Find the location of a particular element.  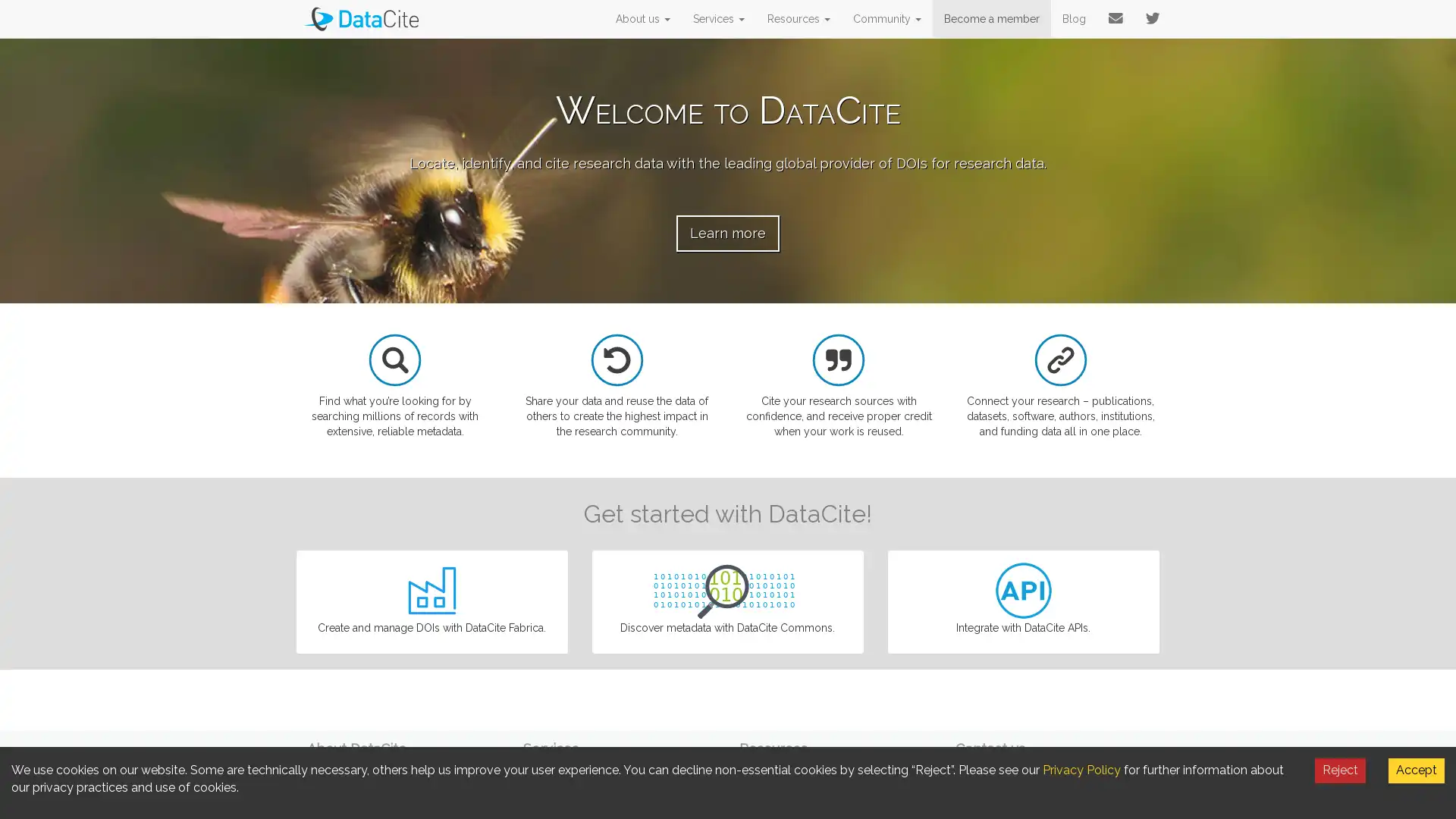

Decline cookies is located at coordinates (1340, 770).